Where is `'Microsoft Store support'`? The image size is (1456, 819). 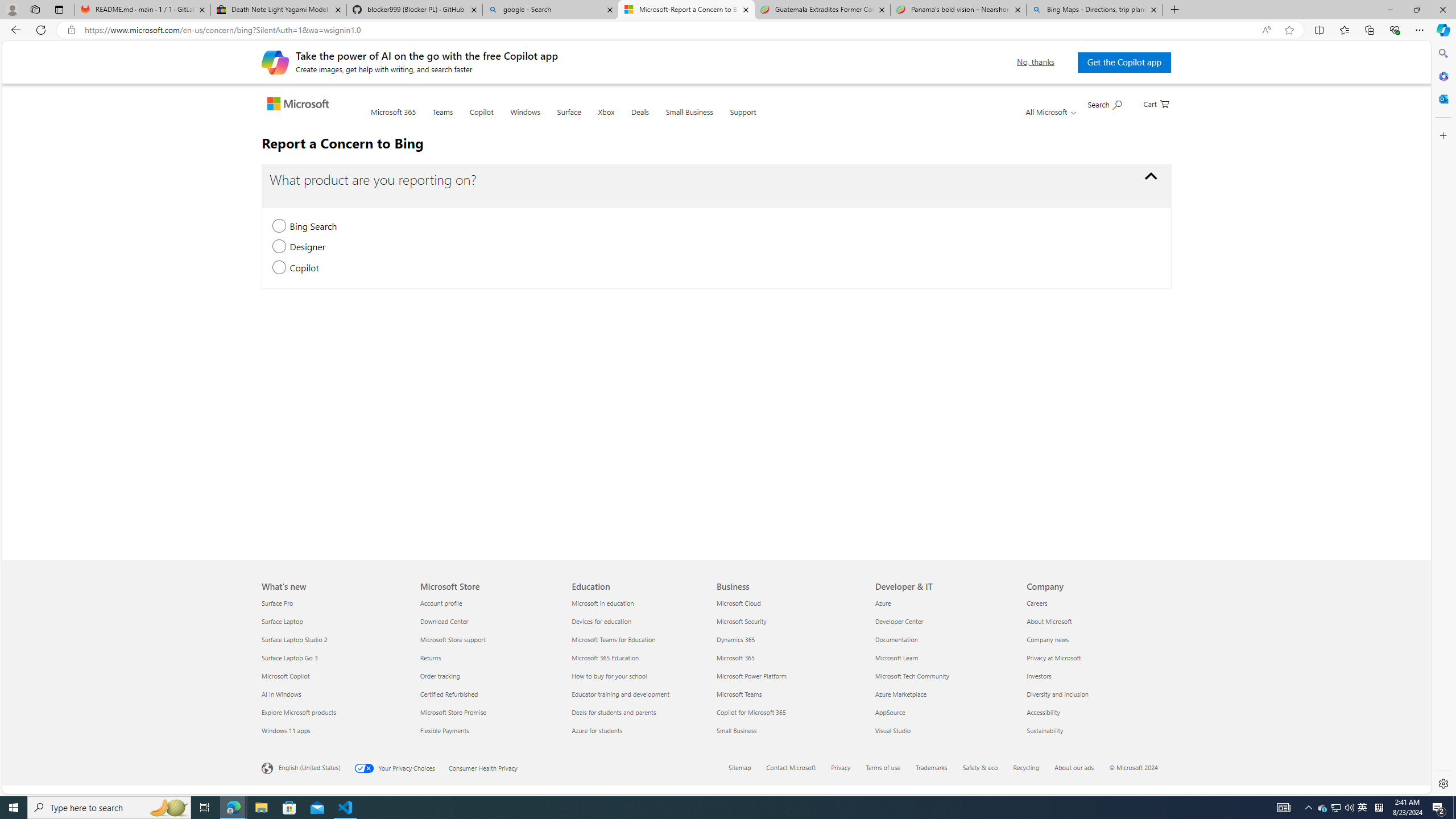
'Microsoft Store support' is located at coordinates (489, 638).